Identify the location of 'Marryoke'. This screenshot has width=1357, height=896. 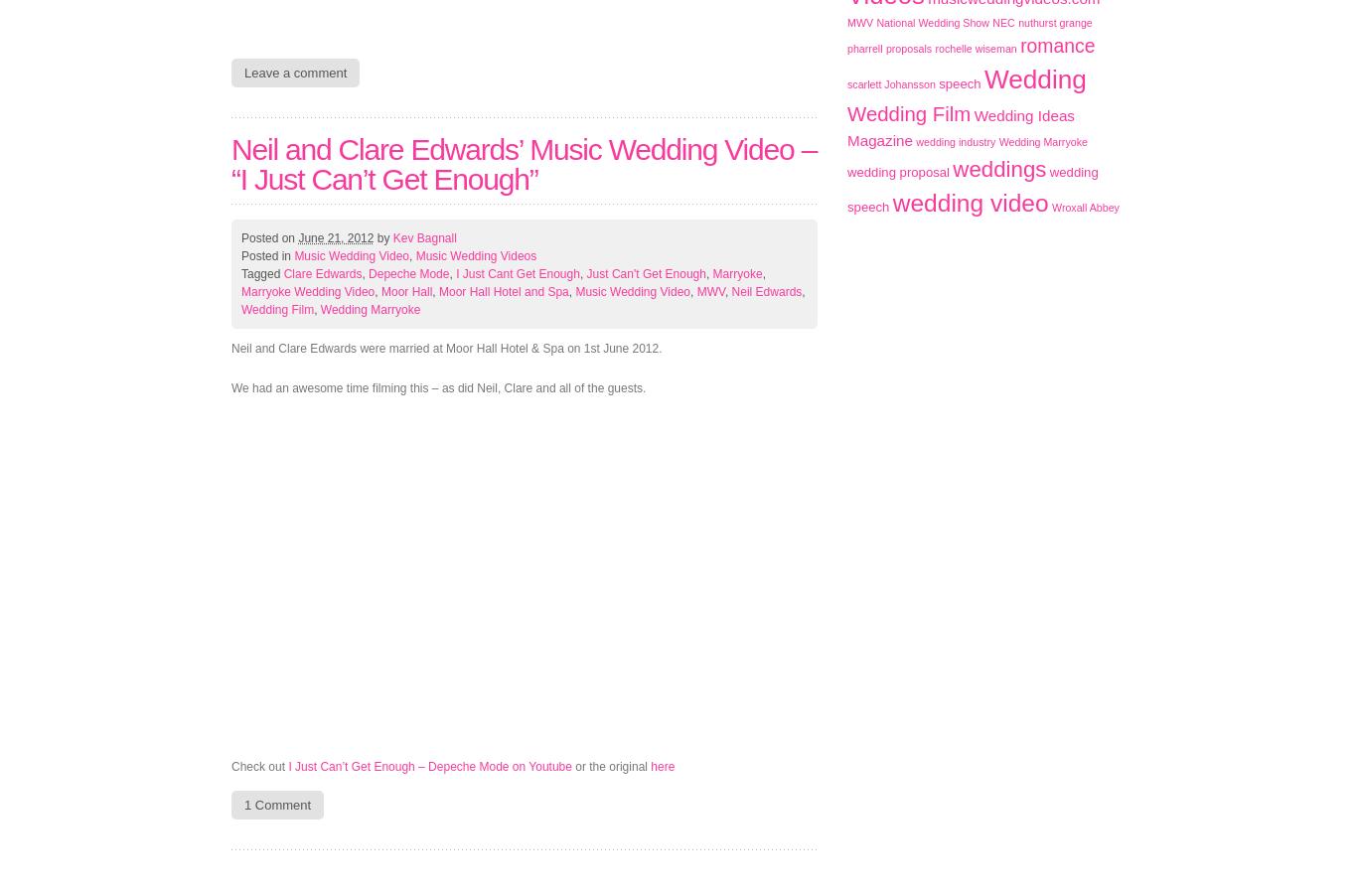
(737, 274).